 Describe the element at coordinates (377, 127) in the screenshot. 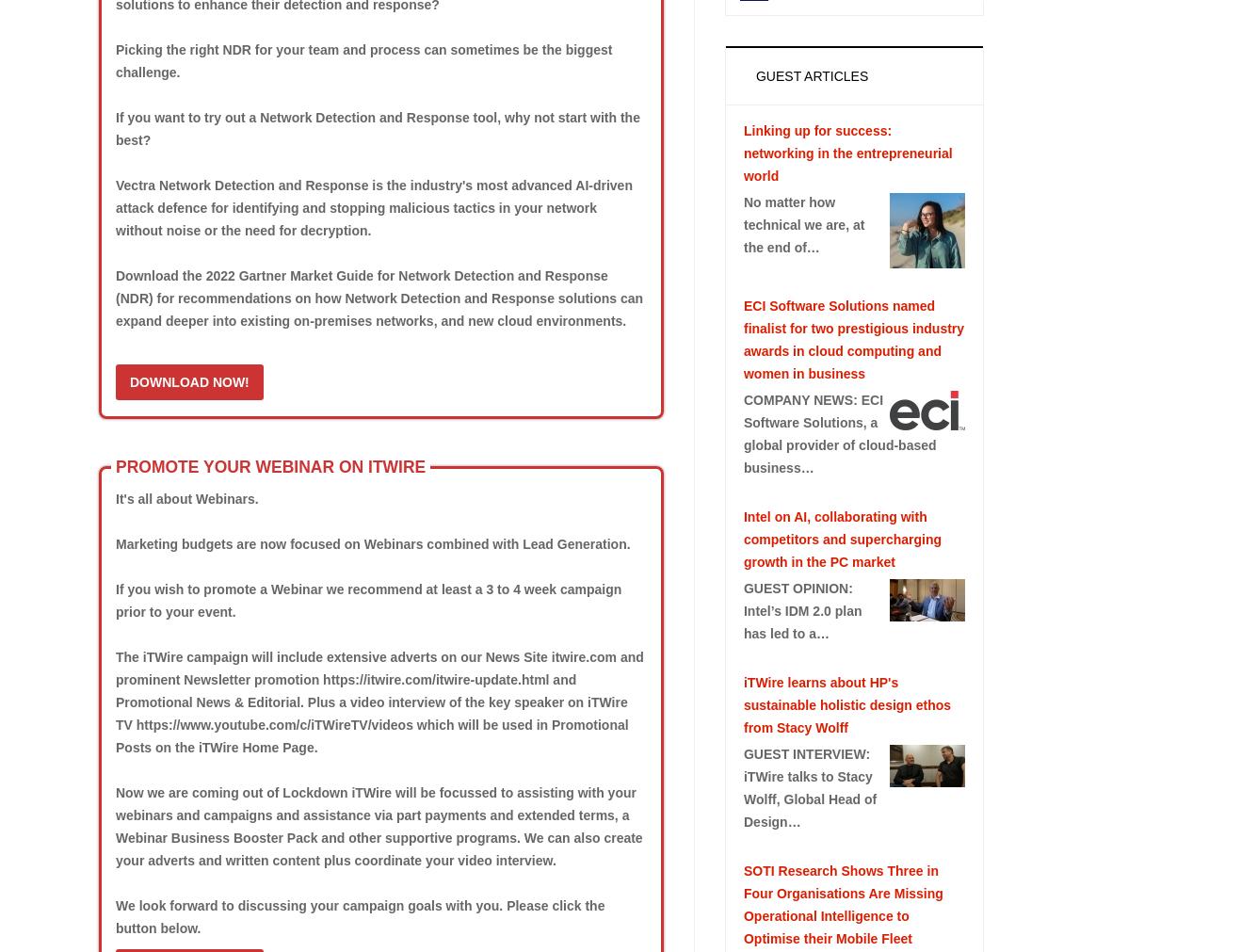

I see `'If you want to try out a Network Detection and Response tool, why not start with the best?'` at that location.